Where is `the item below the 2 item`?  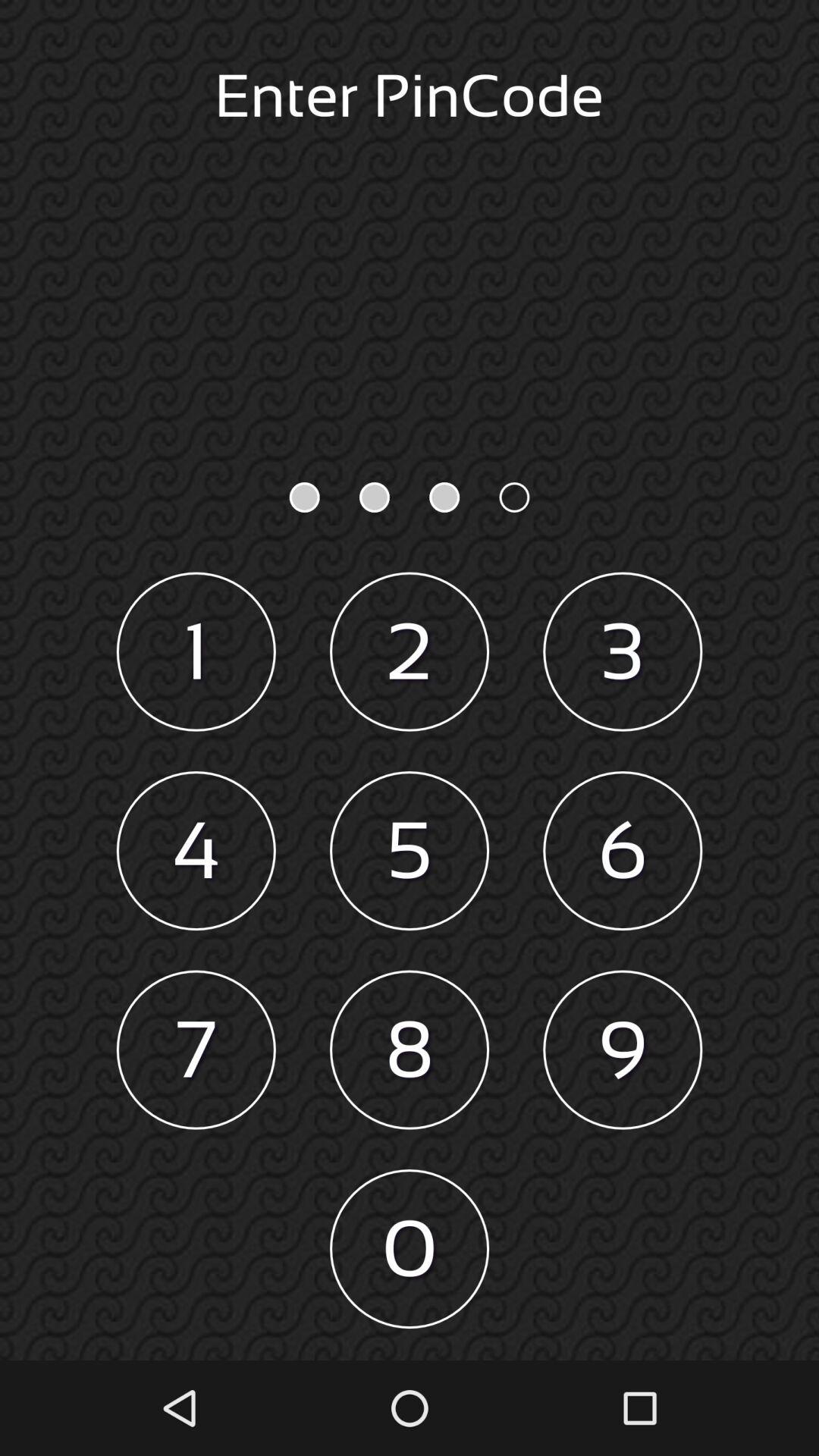 the item below the 2 item is located at coordinates (409, 851).